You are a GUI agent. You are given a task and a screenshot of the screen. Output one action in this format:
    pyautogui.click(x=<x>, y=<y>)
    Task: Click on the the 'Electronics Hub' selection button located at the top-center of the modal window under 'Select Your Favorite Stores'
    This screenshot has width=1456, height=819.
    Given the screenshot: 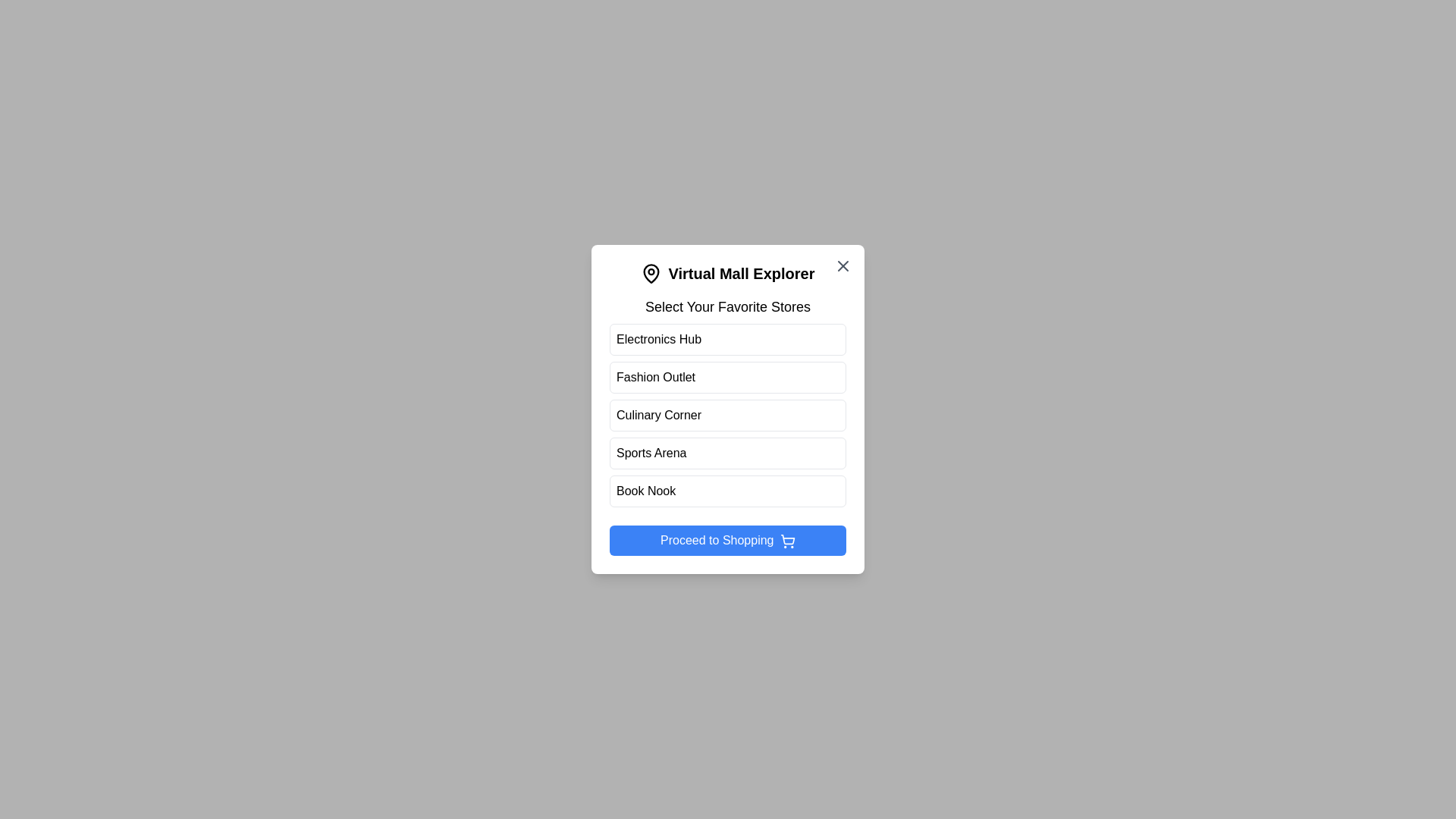 What is the action you would take?
    pyautogui.click(x=728, y=338)
    